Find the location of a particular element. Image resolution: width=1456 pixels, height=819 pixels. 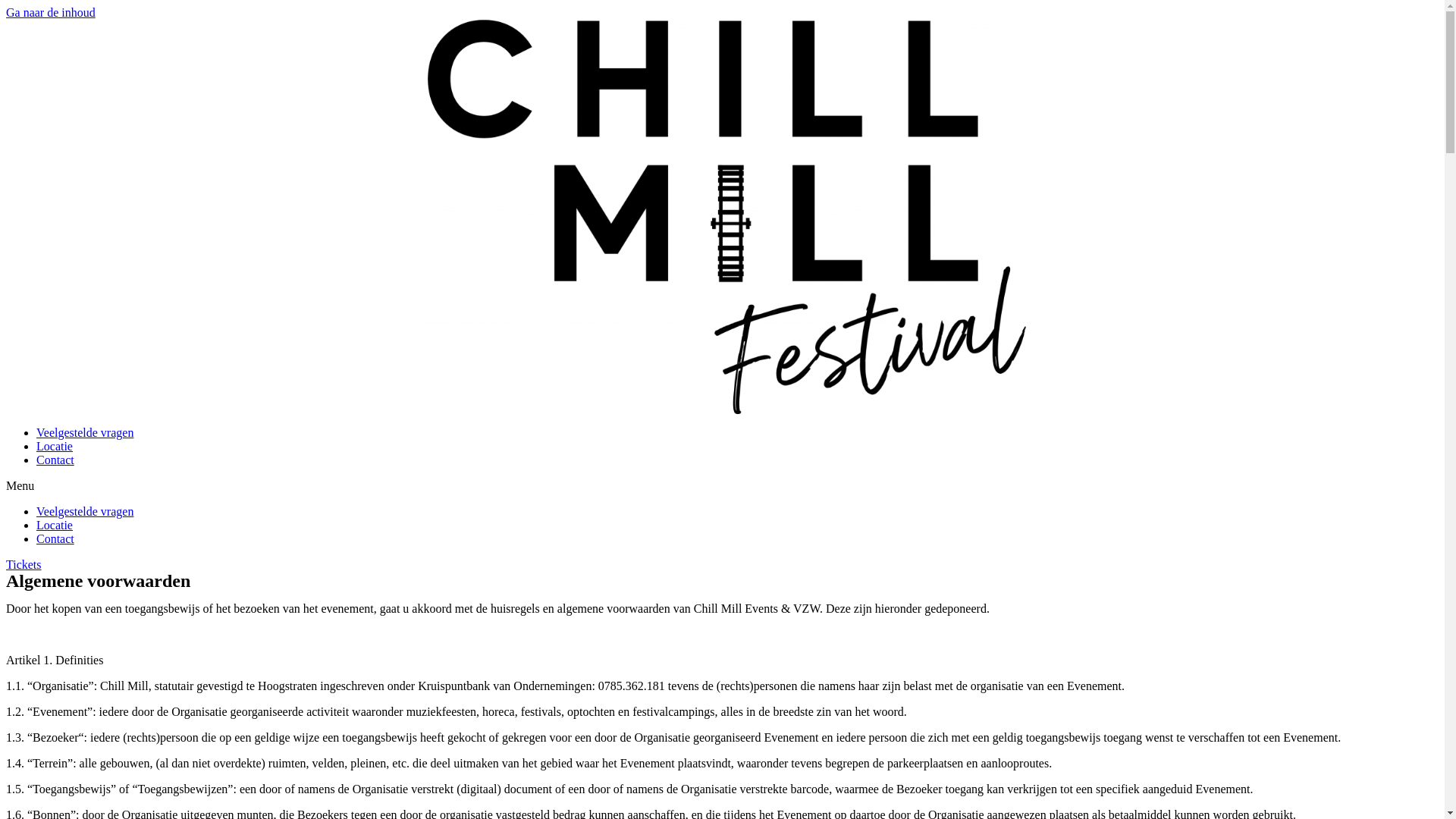

'Tickets' is located at coordinates (24, 564).